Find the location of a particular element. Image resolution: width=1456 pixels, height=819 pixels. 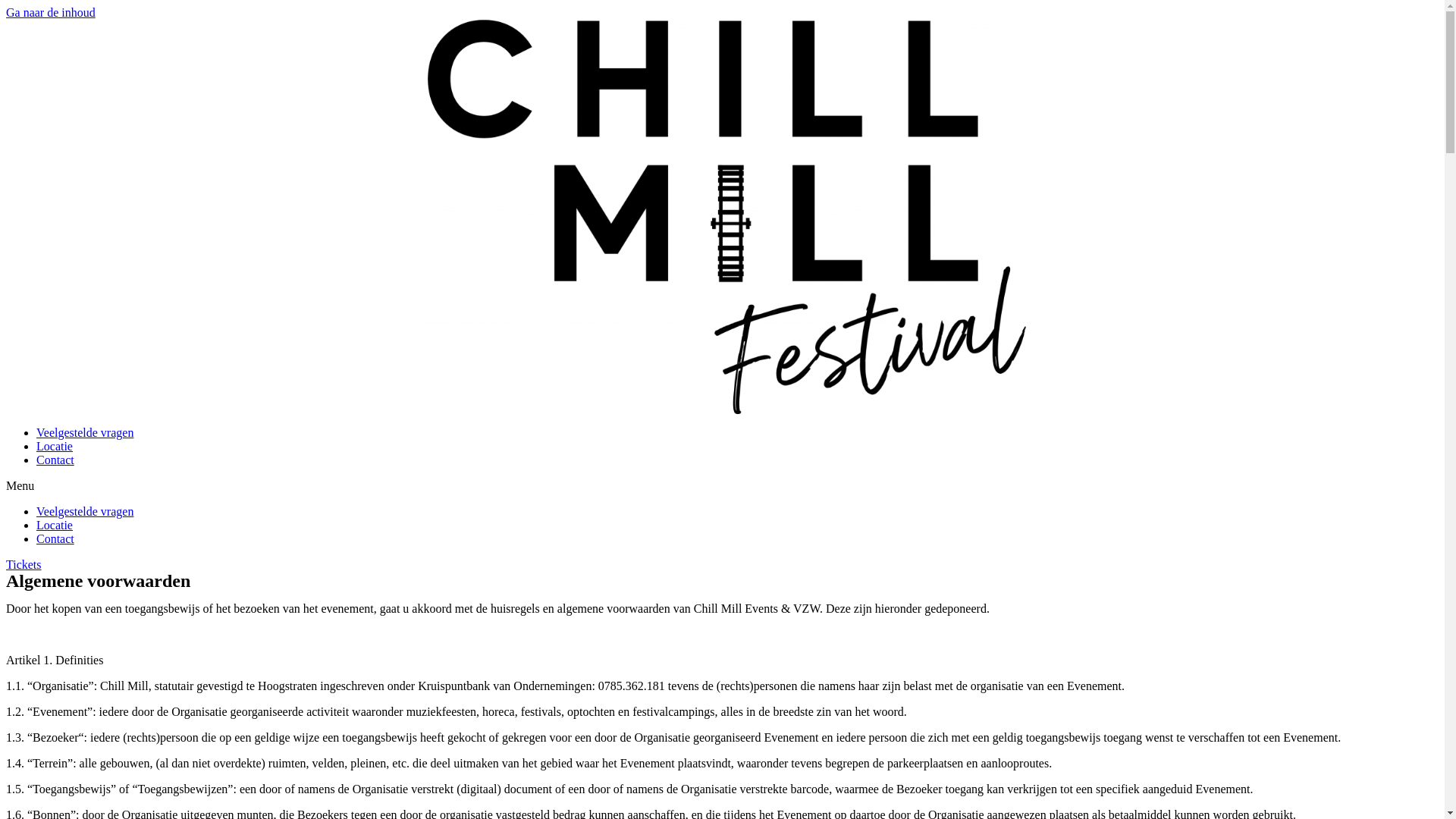

'Tickets' is located at coordinates (24, 564).